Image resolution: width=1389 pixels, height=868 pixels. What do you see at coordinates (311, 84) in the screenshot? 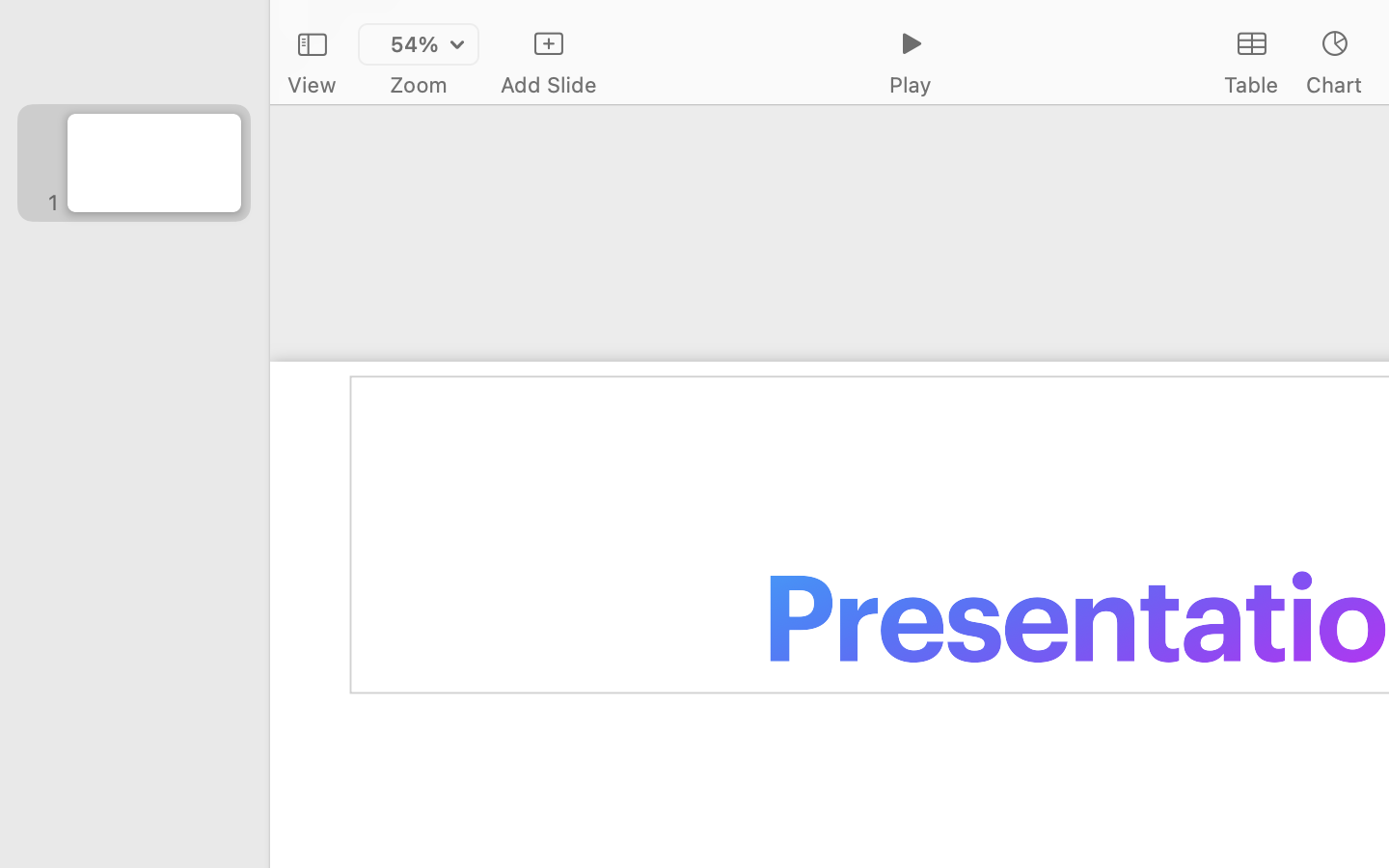
I see `'View'` at bounding box center [311, 84].